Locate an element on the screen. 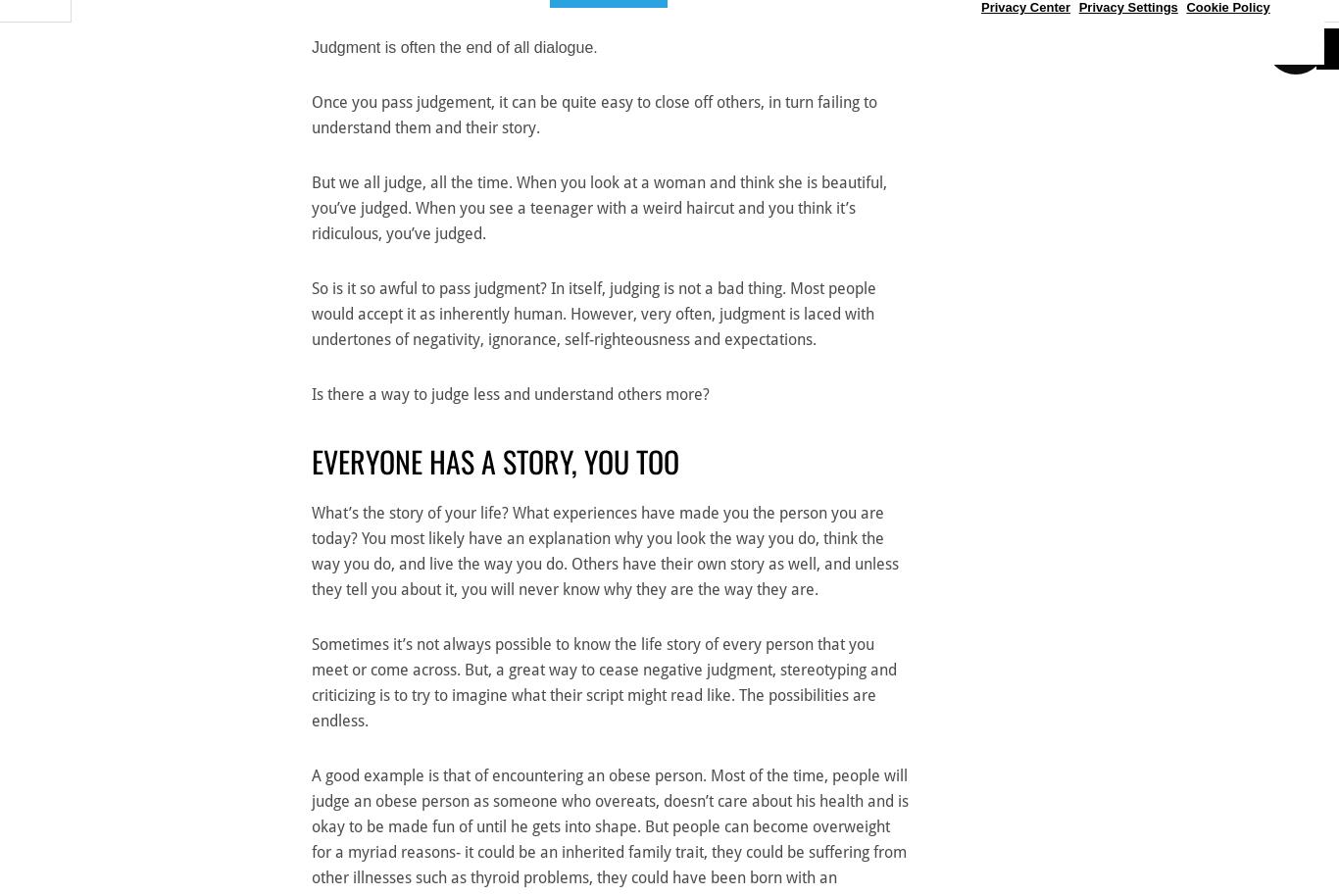 The image size is (1339, 896). 'Everyone has a story, you too' is located at coordinates (312, 460).